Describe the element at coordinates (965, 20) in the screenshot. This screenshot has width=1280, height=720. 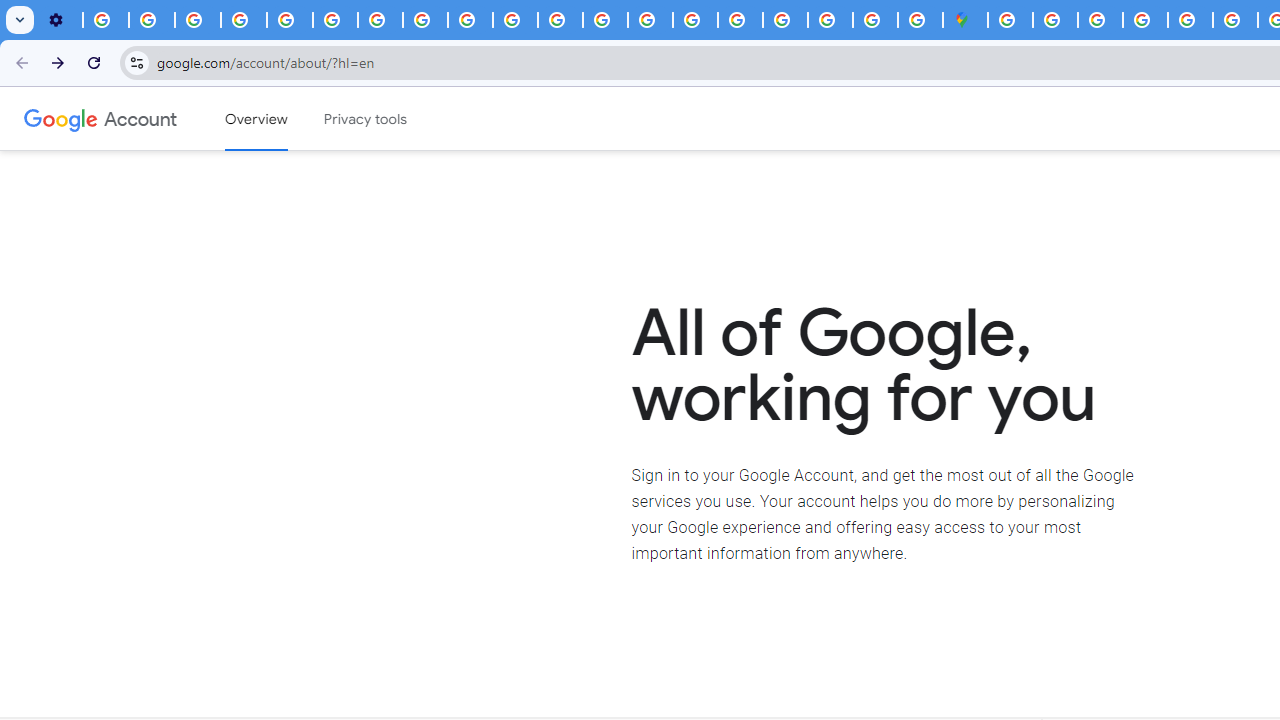
I see `'Google Maps'` at that location.